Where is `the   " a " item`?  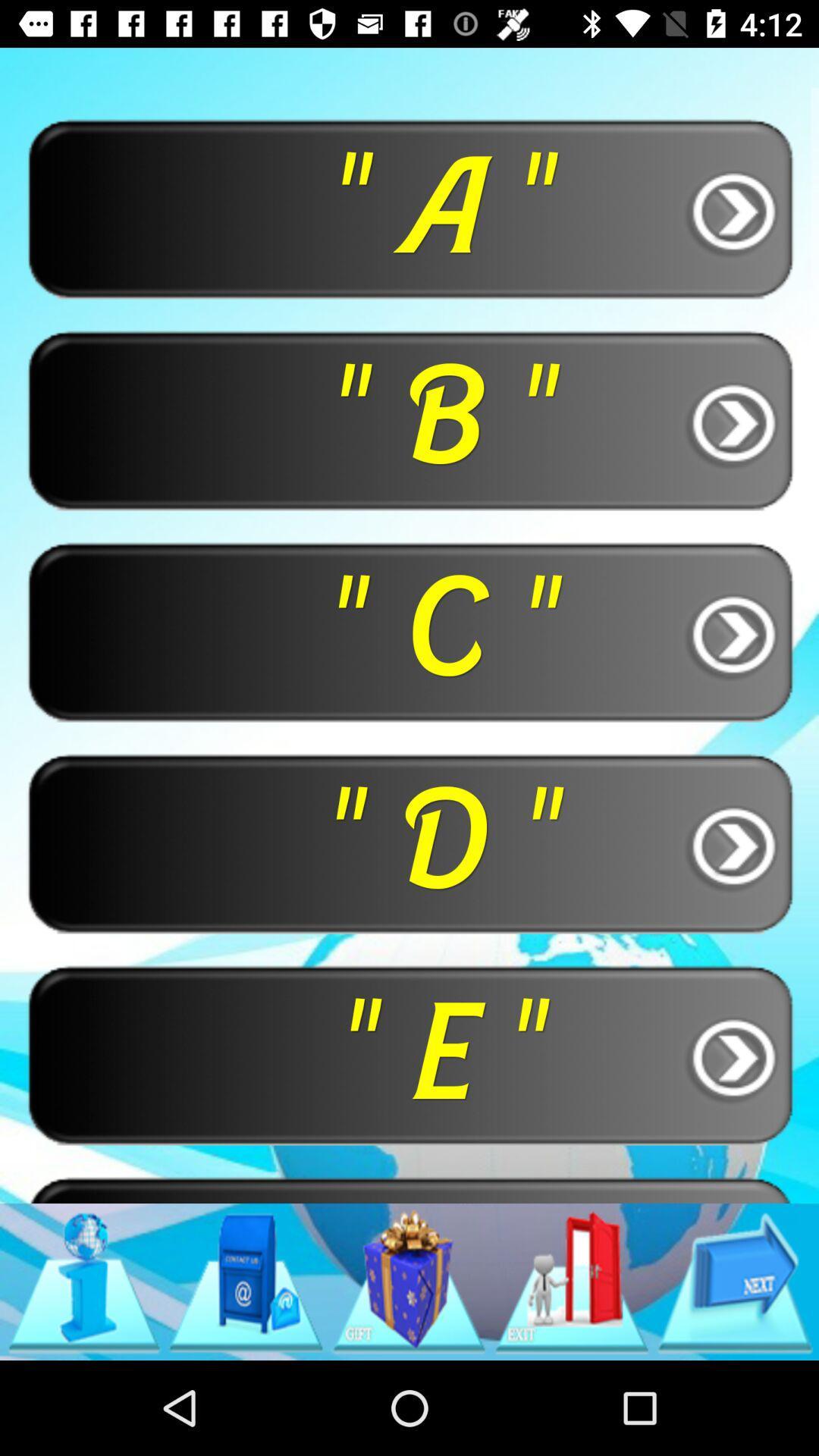
the   " a " item is located at coordinates (409, 207).